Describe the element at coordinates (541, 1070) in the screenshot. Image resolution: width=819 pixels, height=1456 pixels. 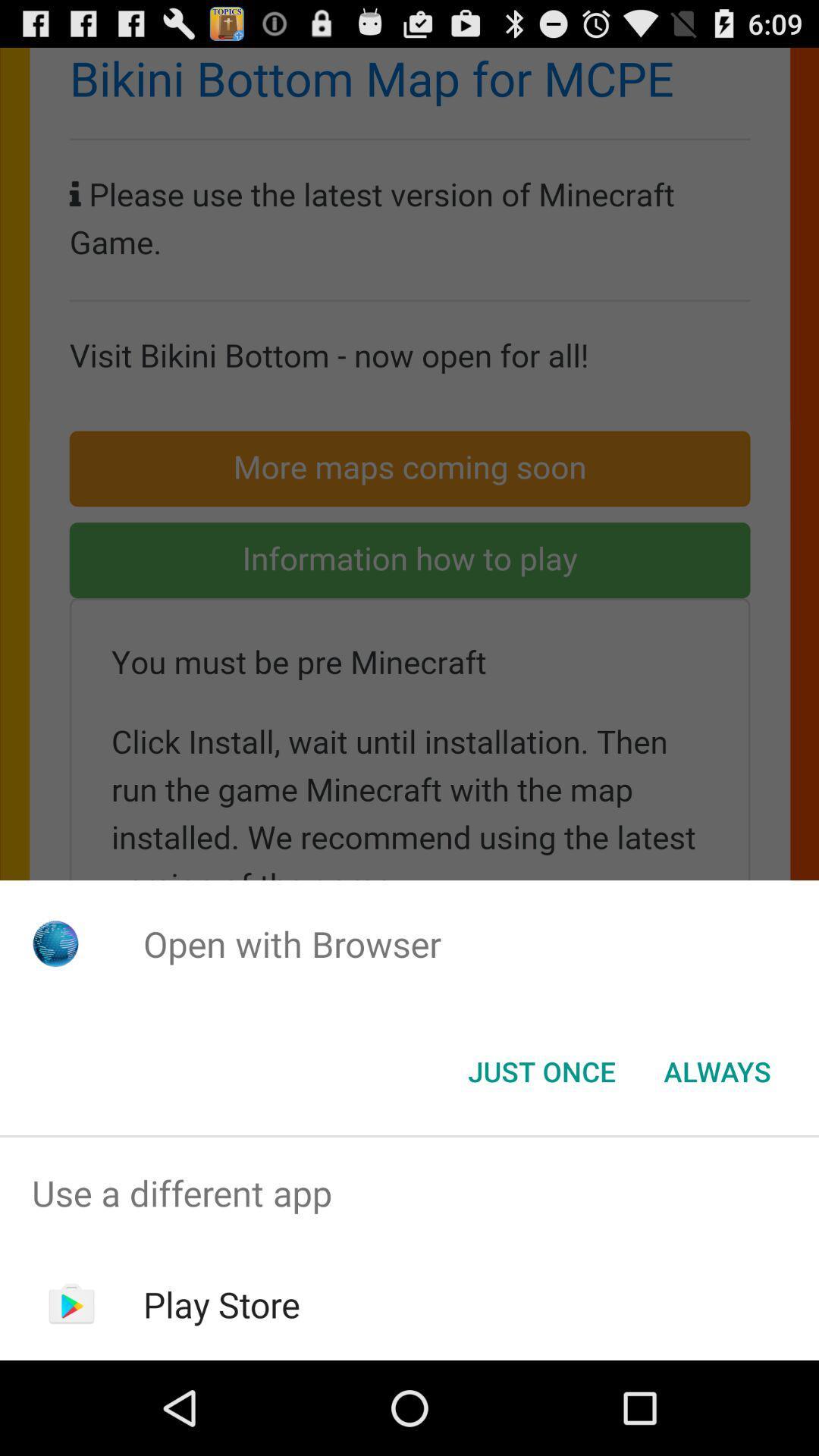
I see `item below open with browser icon` at that location.